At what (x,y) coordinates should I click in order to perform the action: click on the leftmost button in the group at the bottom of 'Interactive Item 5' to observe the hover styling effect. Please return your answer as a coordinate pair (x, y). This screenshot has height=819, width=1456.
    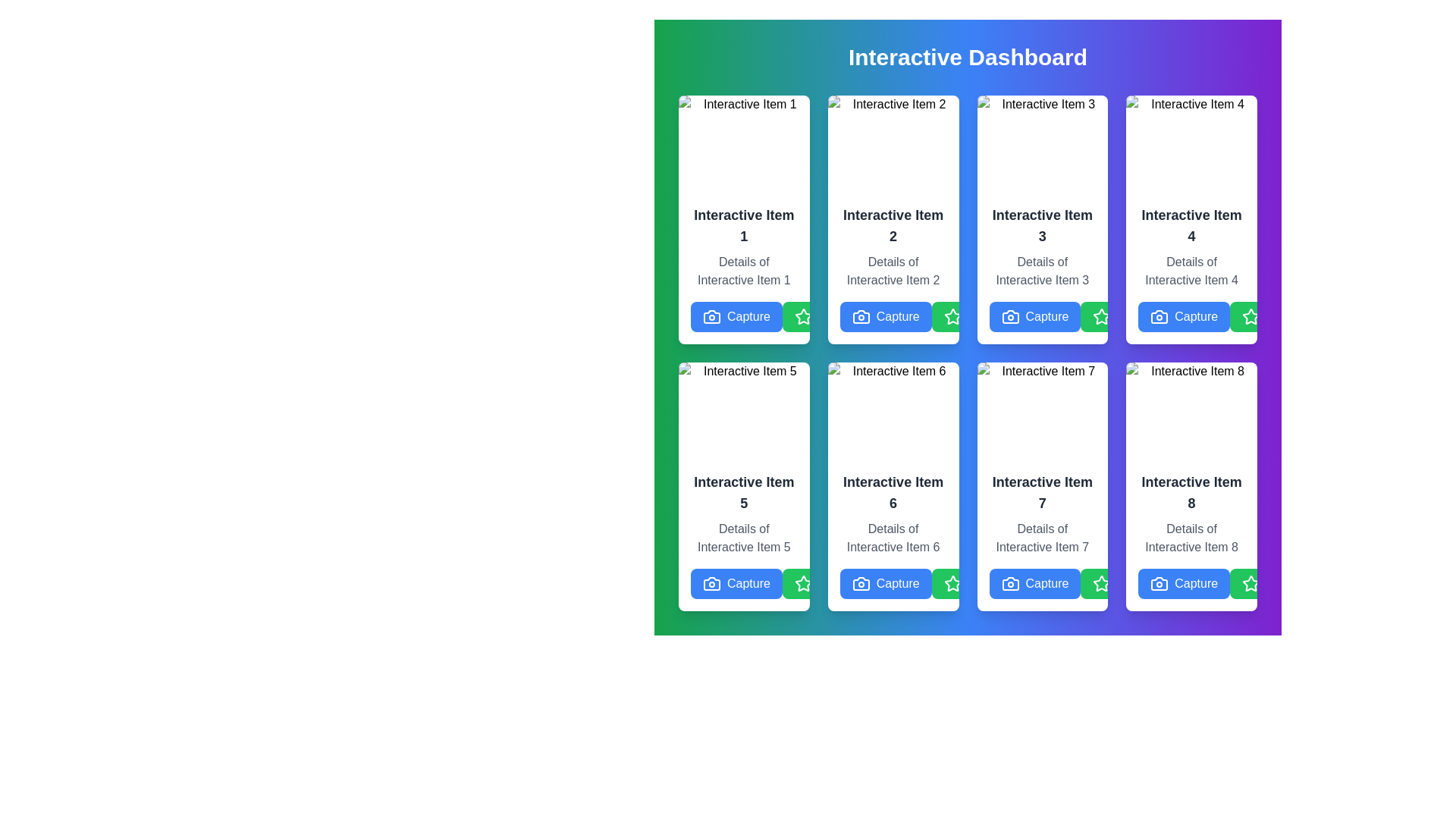
    Looking at the image, I should click on (736, 583).